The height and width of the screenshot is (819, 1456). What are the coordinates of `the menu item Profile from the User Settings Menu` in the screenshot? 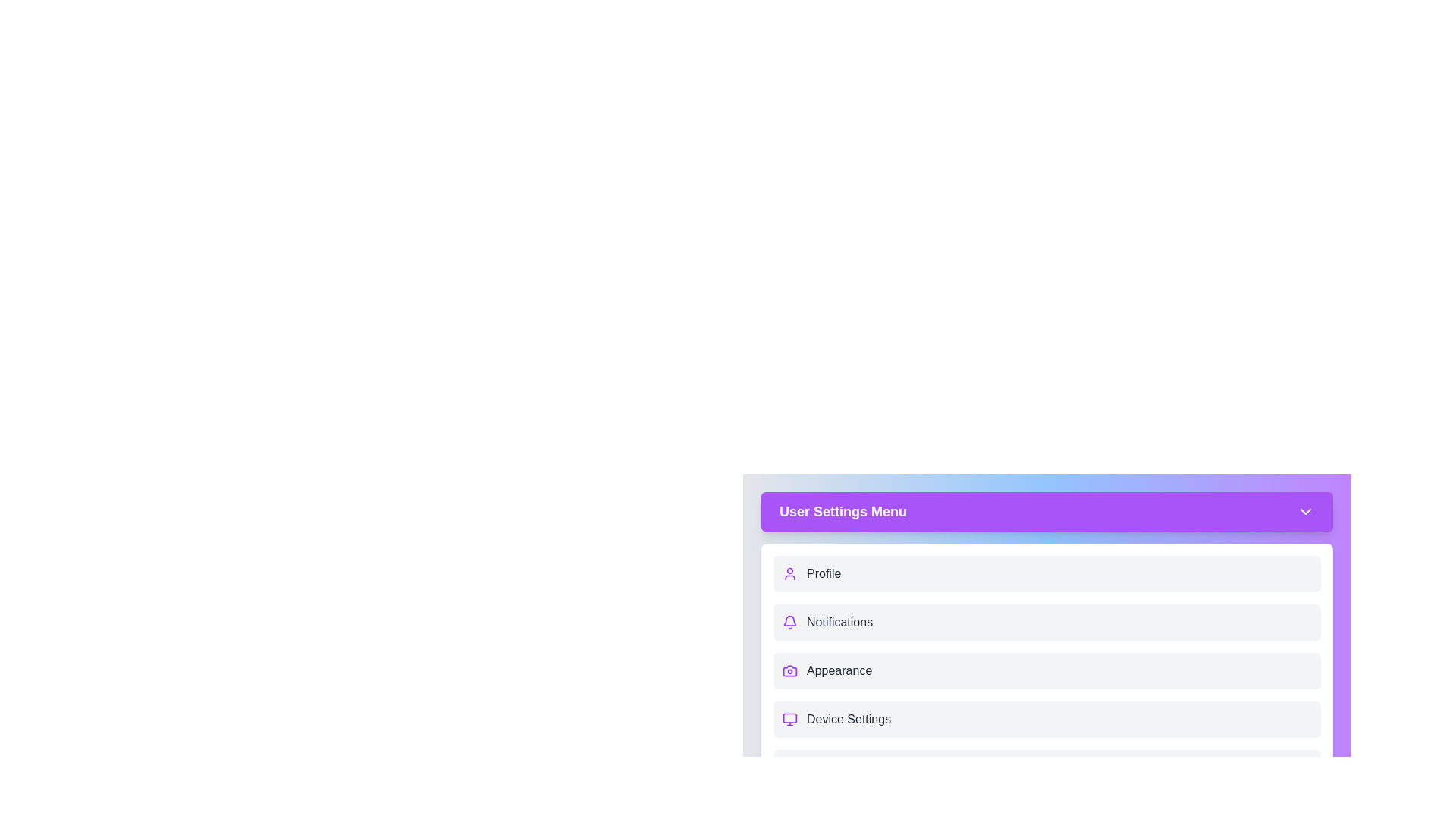 It's located at (1046, 573).